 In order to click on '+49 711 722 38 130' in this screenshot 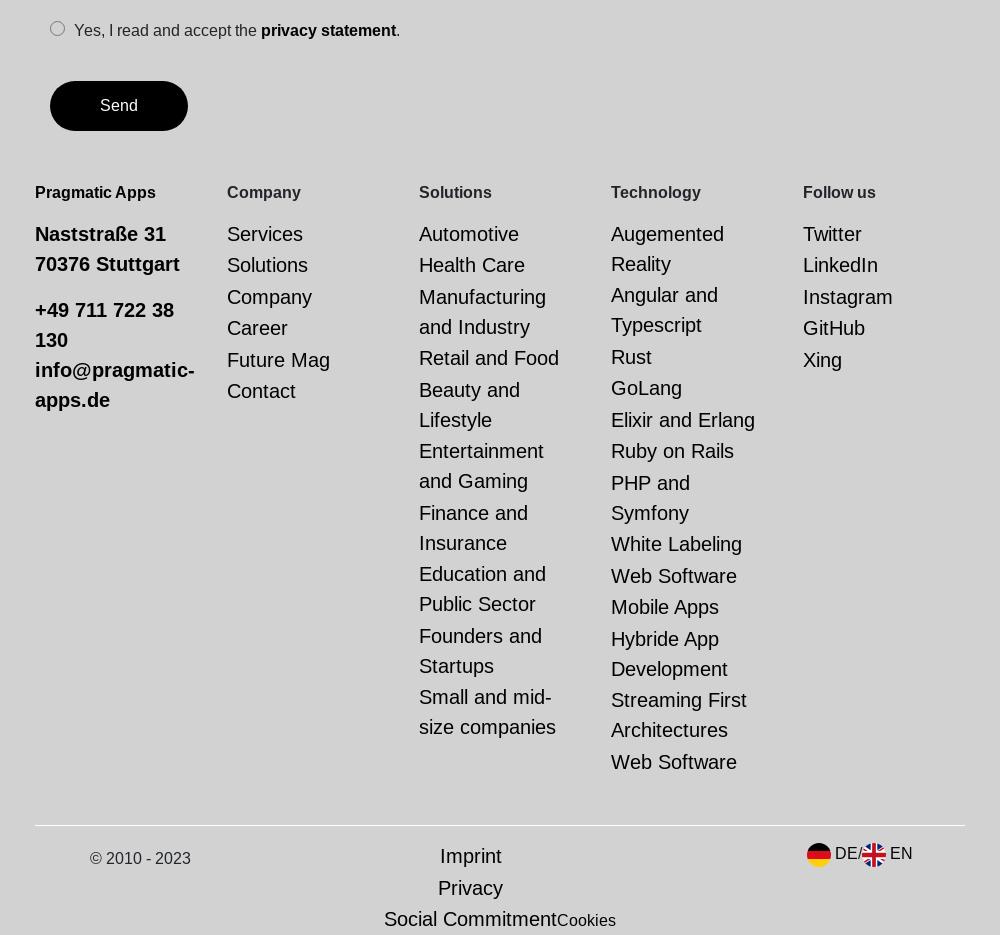, I will do `click(103, 324)`.